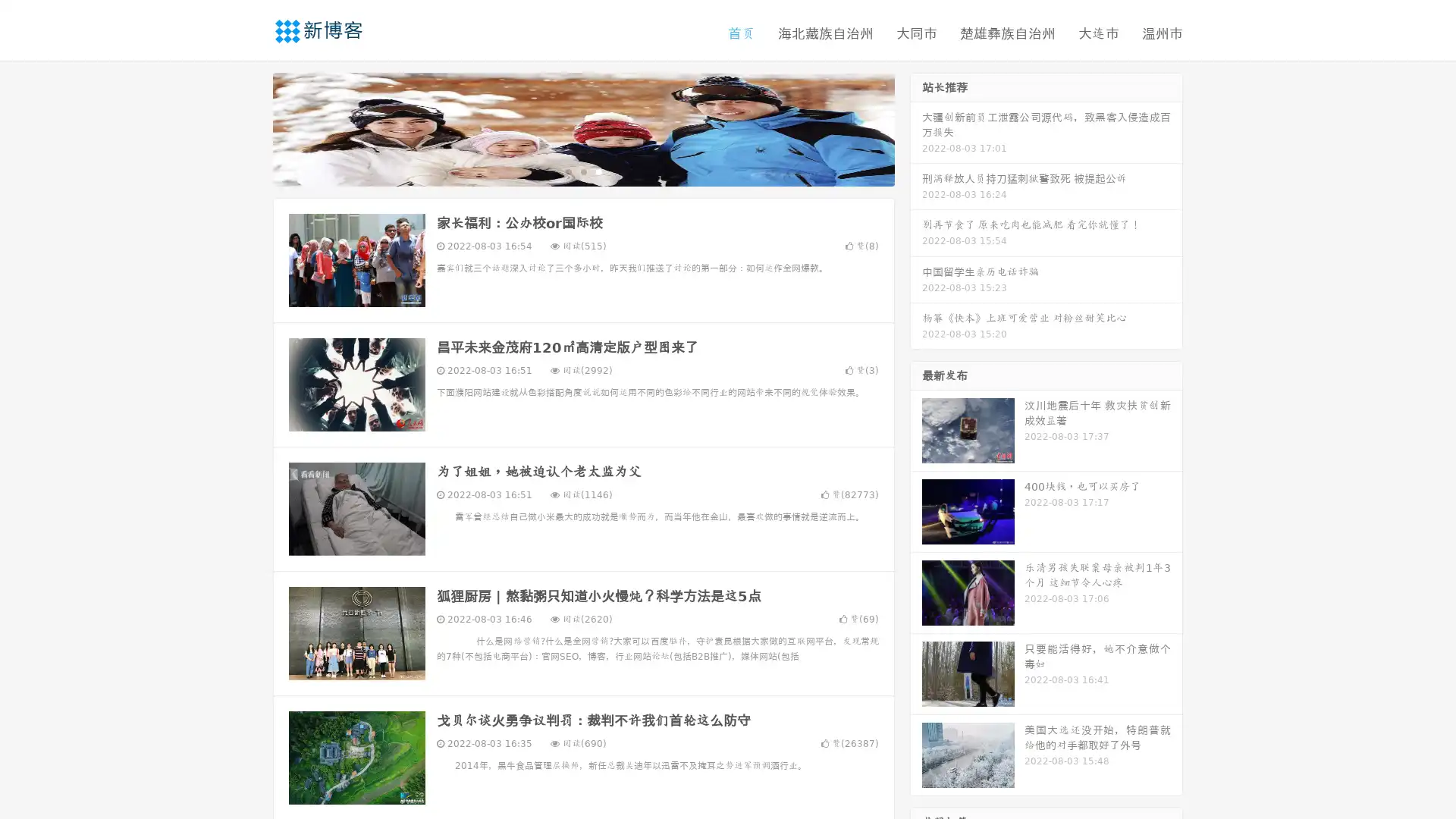 This screenshot has height=819, width=1456. Describe the element at coordinates (598, 171) in the screenshot. I see `Go to slide 3` at that location.